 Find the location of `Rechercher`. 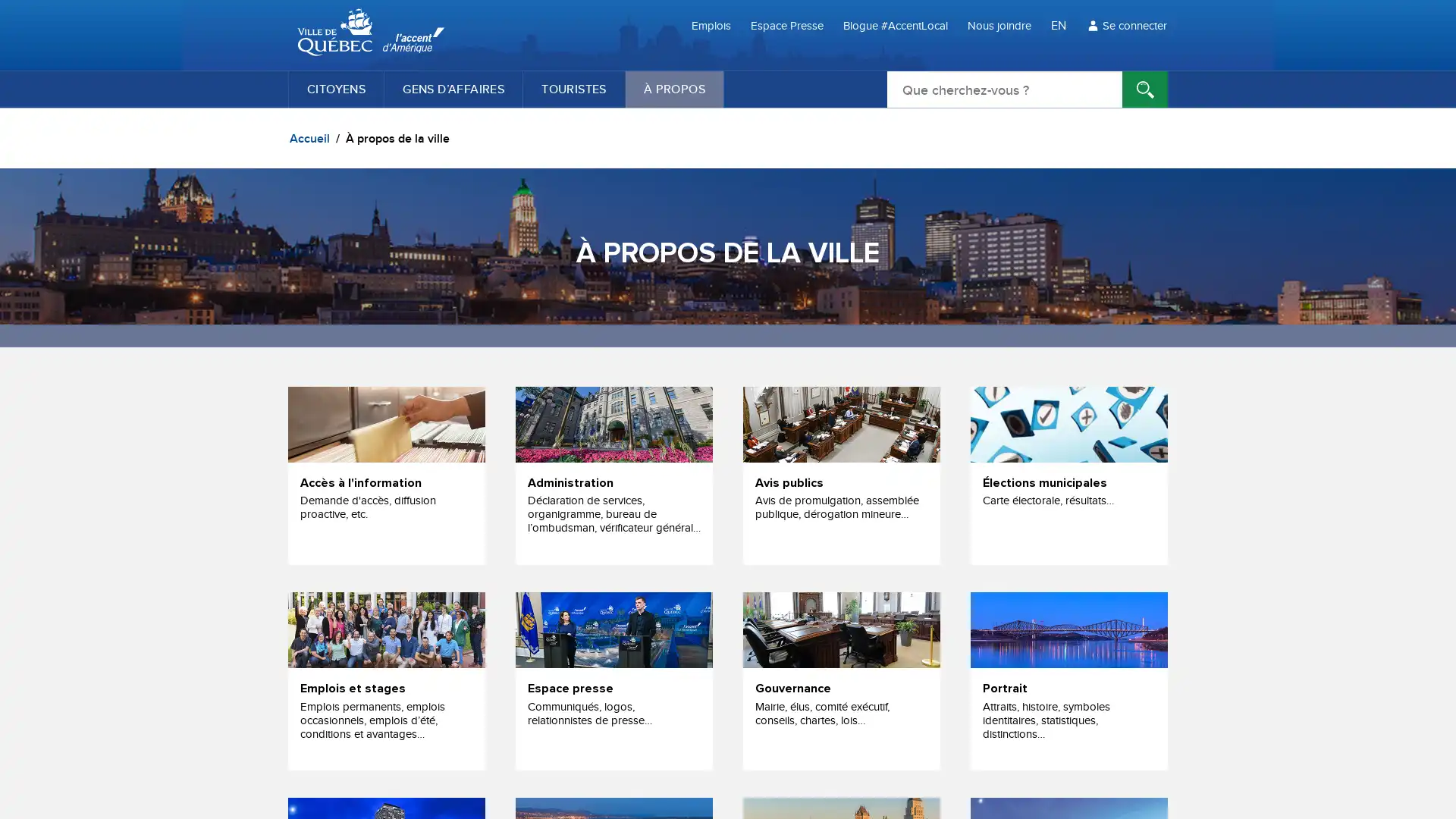

Rechercher is located at coordinates (1145, 89).